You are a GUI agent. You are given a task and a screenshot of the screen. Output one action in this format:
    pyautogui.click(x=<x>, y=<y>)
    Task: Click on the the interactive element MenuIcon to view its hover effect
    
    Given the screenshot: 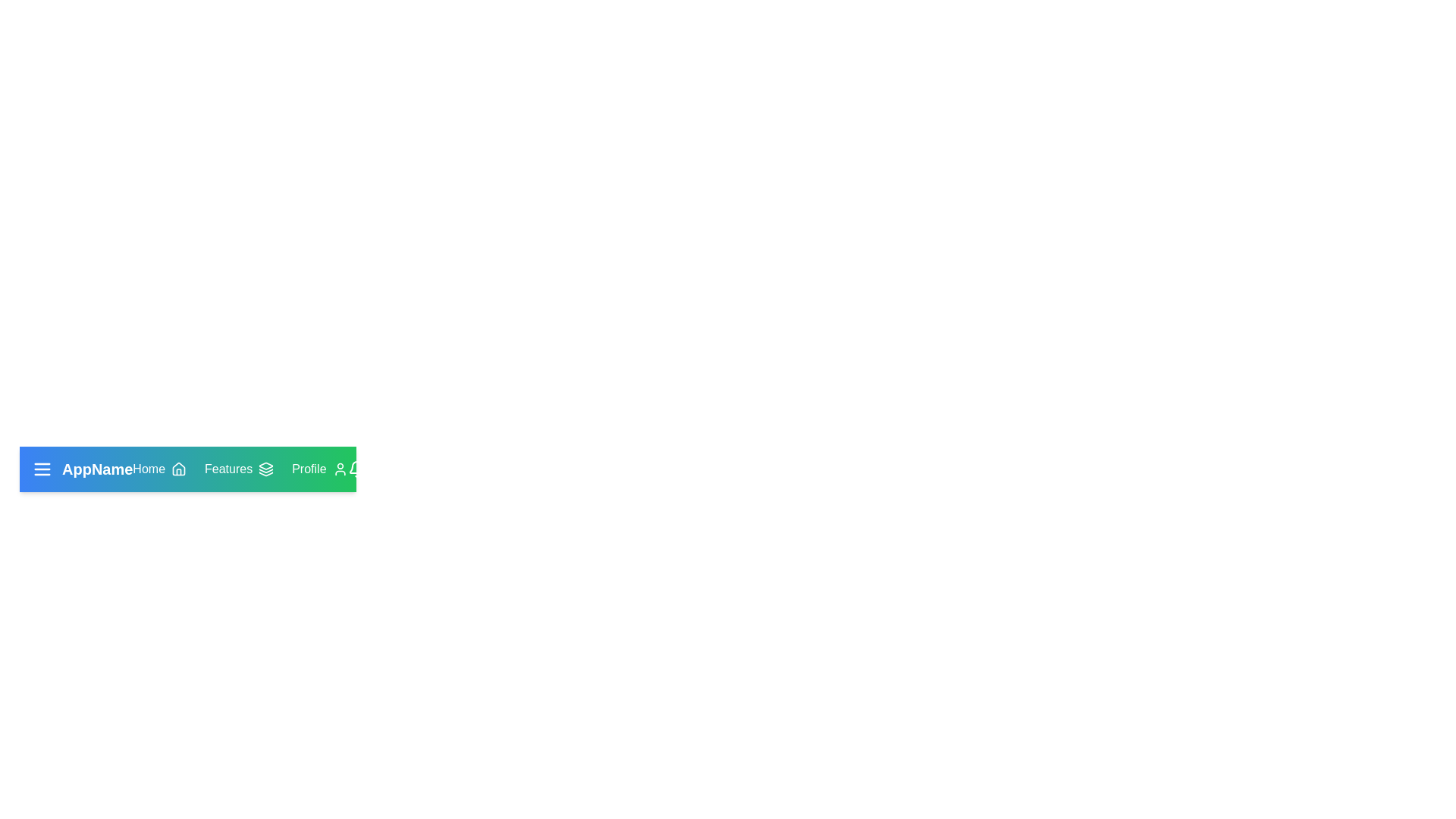 What is the action you would take?
    pyautogui.click(x=42, y=468)
    